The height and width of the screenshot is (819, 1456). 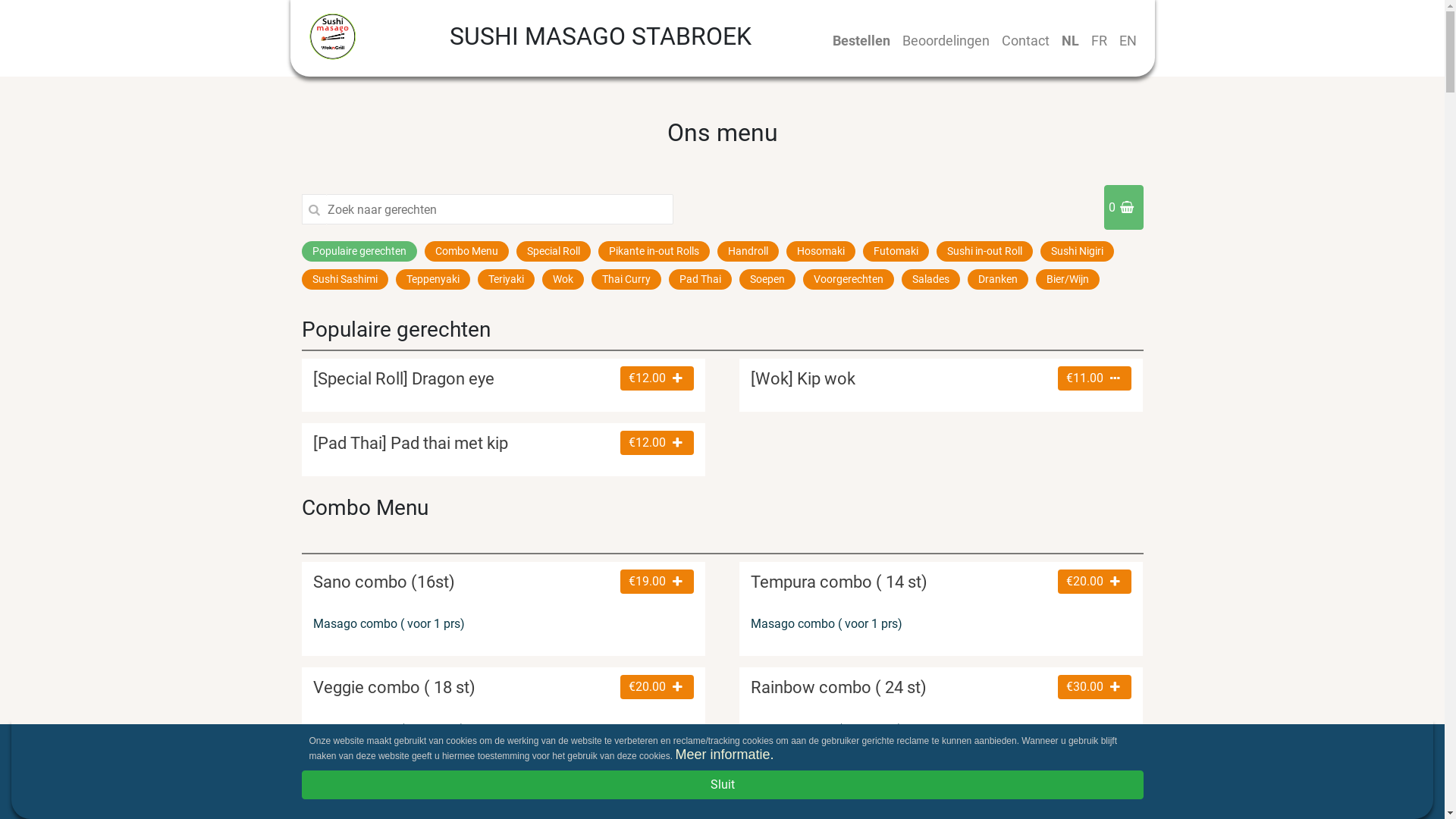 I want to click on 'Populaire gerechten', so click(x=359, y=250).